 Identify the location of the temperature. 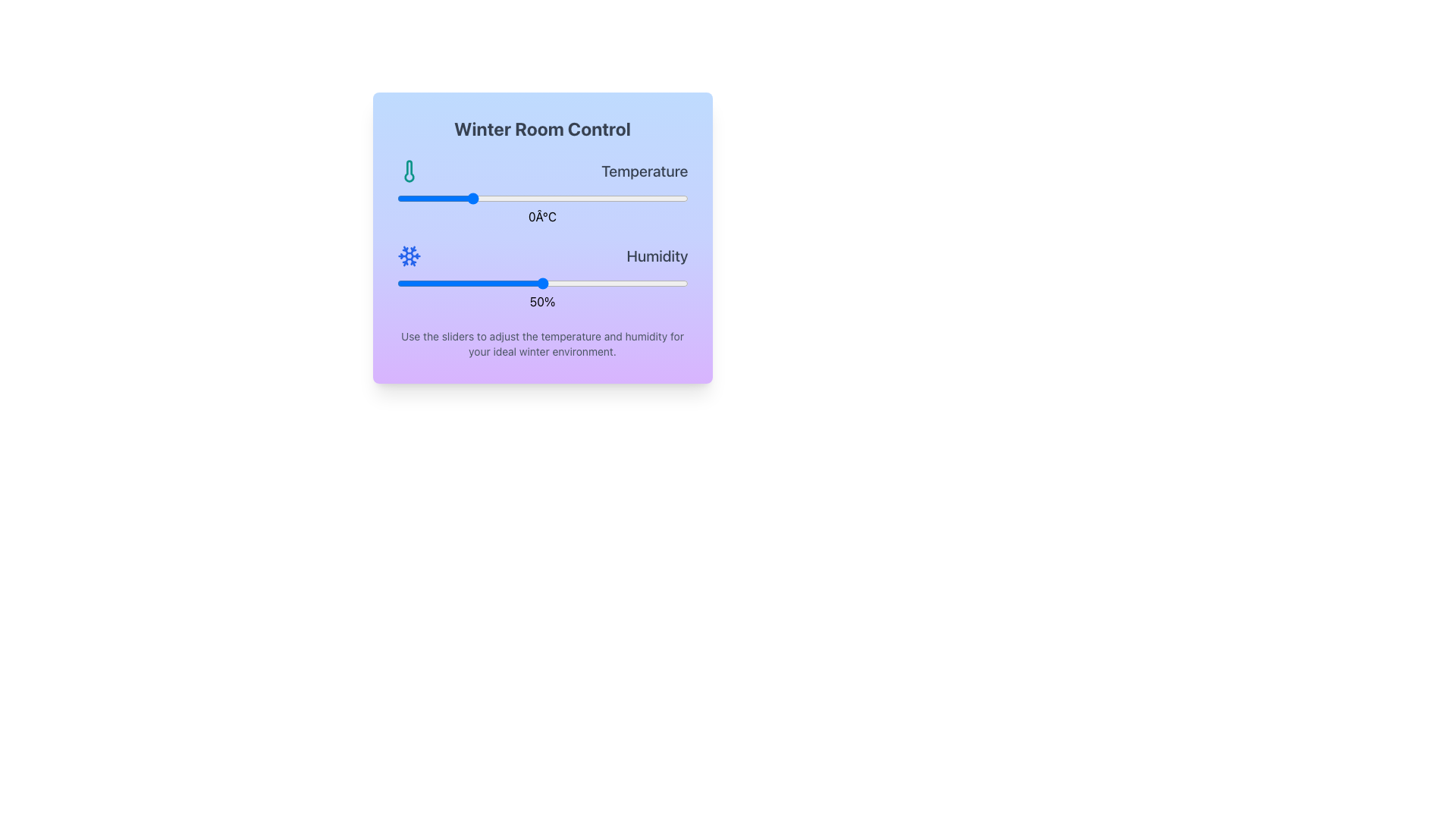
(556, 198).